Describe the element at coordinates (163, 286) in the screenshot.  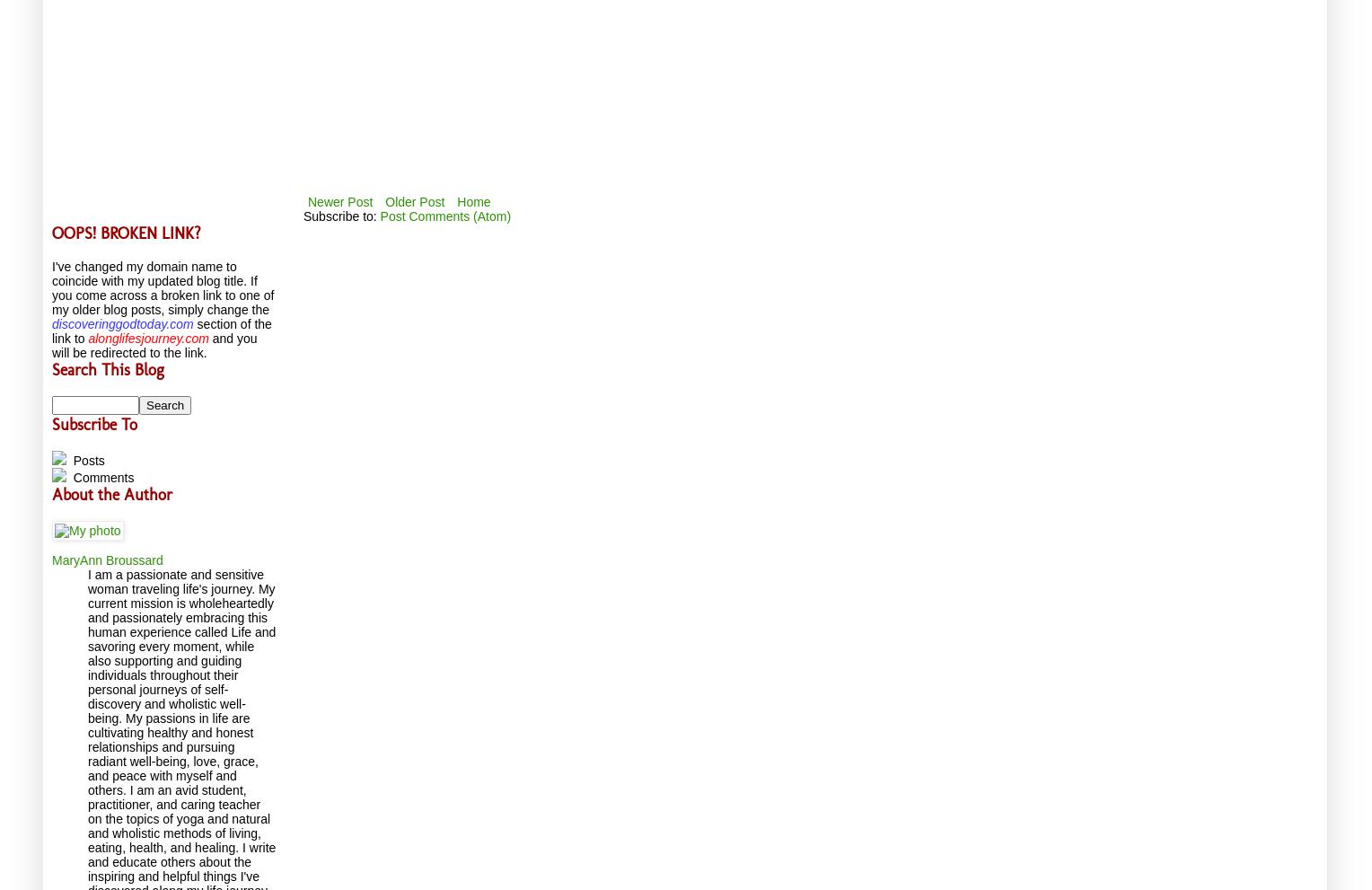
I see `'I've changed my domain name to coincide with my updated blog title.  If you come across a broken link to one of my older blog posts, simply change the'` at that location.